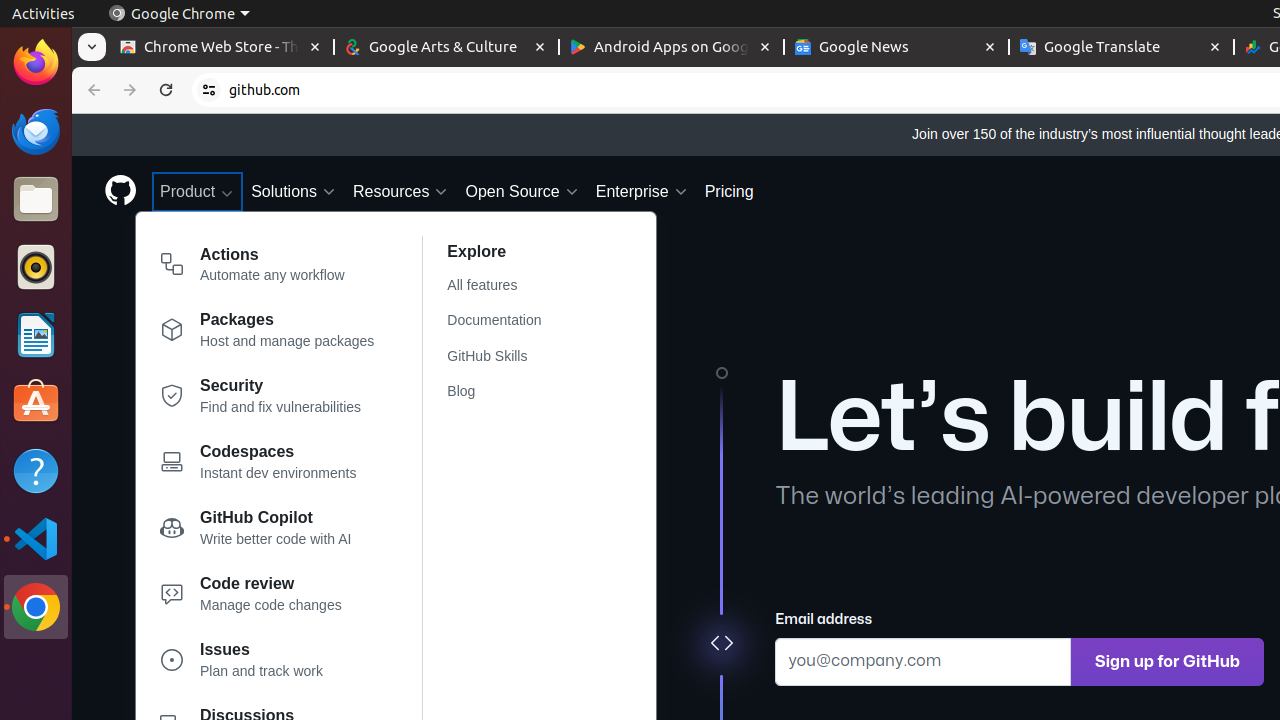 The height and width of the screenshot is (720, 1280). Describe the element at coordinates (506, 391) in the screenshot. I see `'Blog'` at that location.